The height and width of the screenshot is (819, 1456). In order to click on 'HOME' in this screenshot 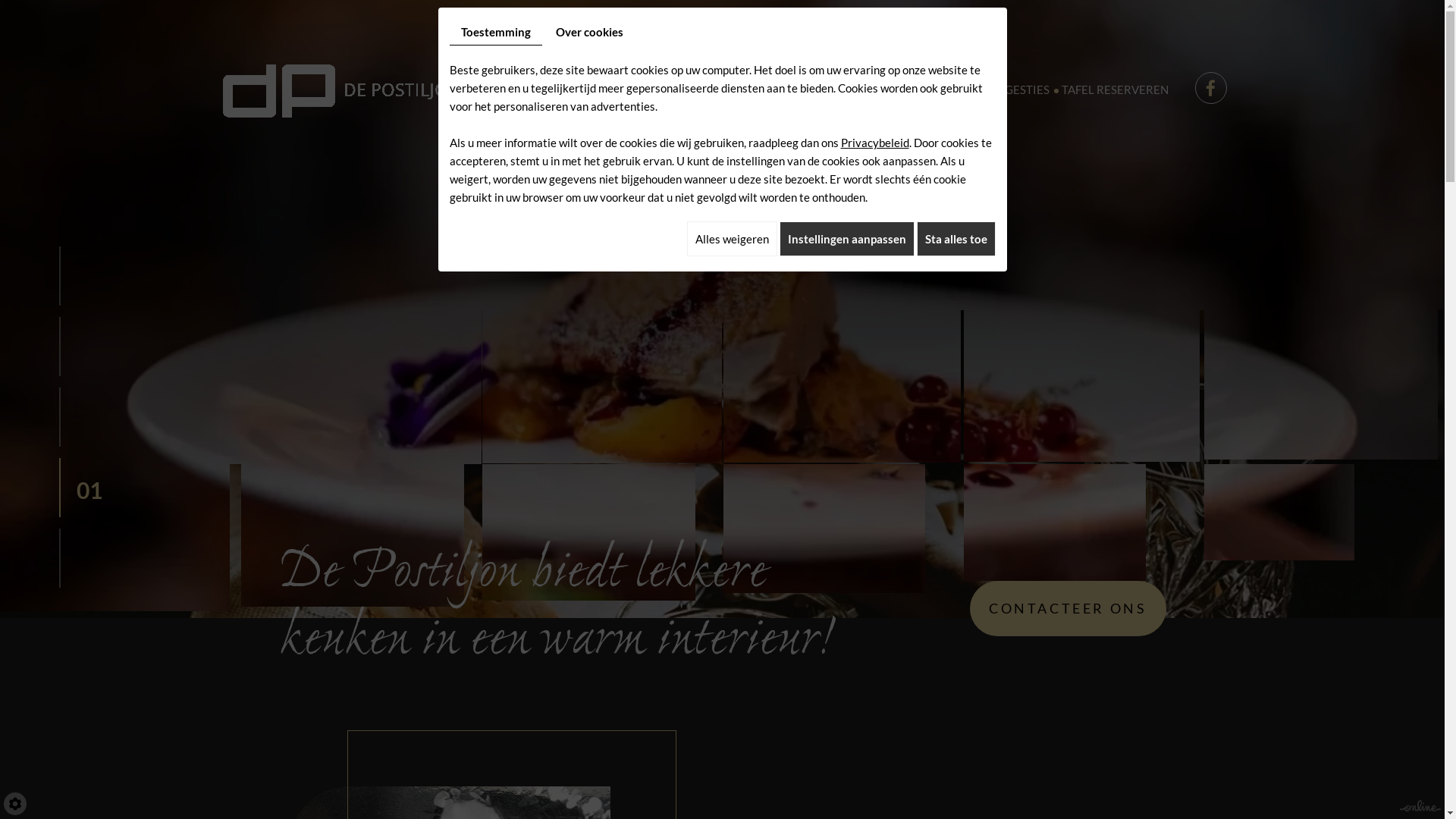, I will do `click(535, 89)`.